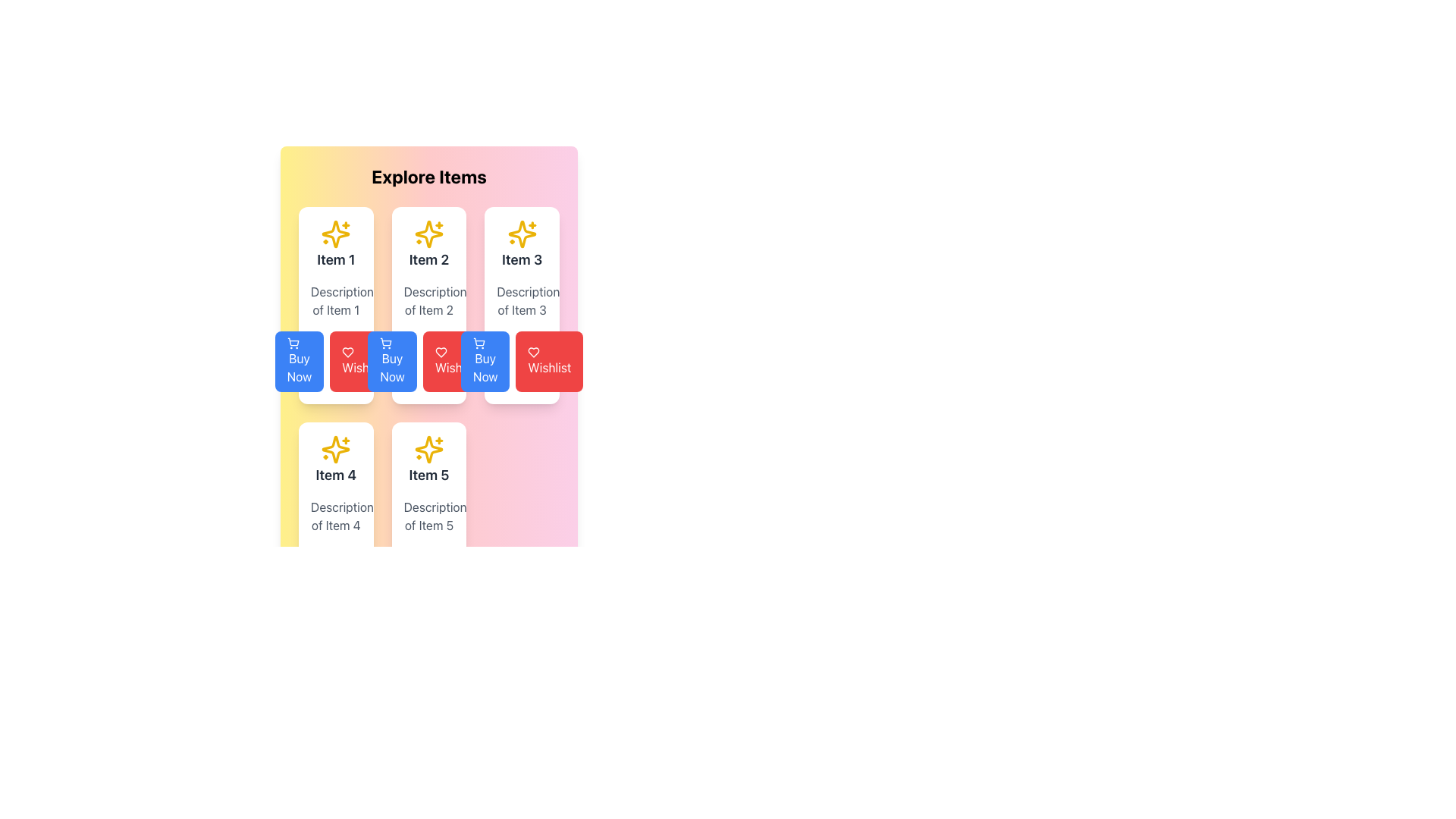 The width and height of the screenshot is (1456, 819). Describe the element at coordinates (479, 342) in the screenshot. I see `the shopping cart icon located near the bottom-center of the interface` at that location.